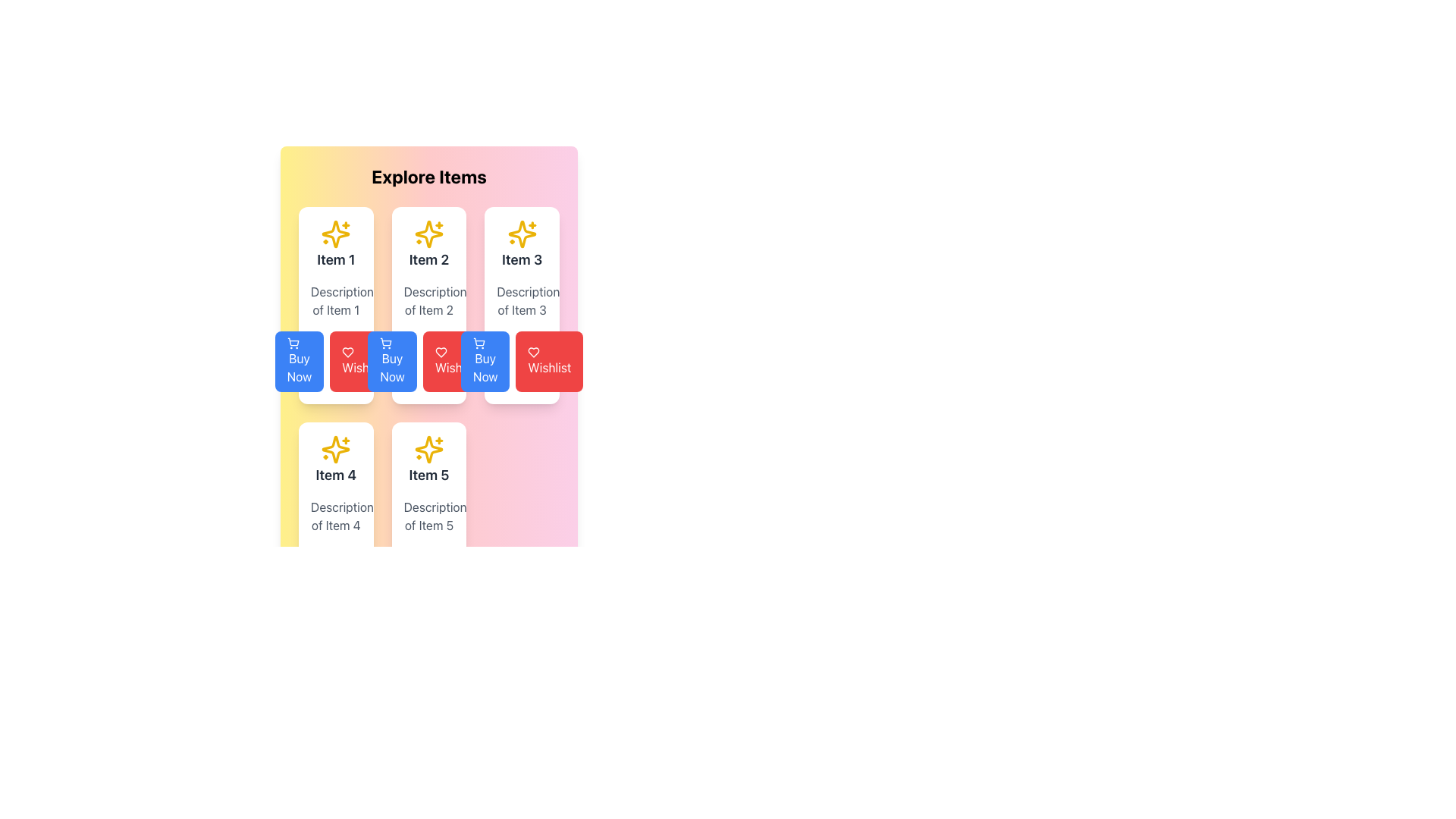 The width and height of the screenshot is (1456, 819). Describe the element at coordinates (479, 342) in the screenshot. I see `the shopping cart icon located near the bottom-center of the interface` at that location.